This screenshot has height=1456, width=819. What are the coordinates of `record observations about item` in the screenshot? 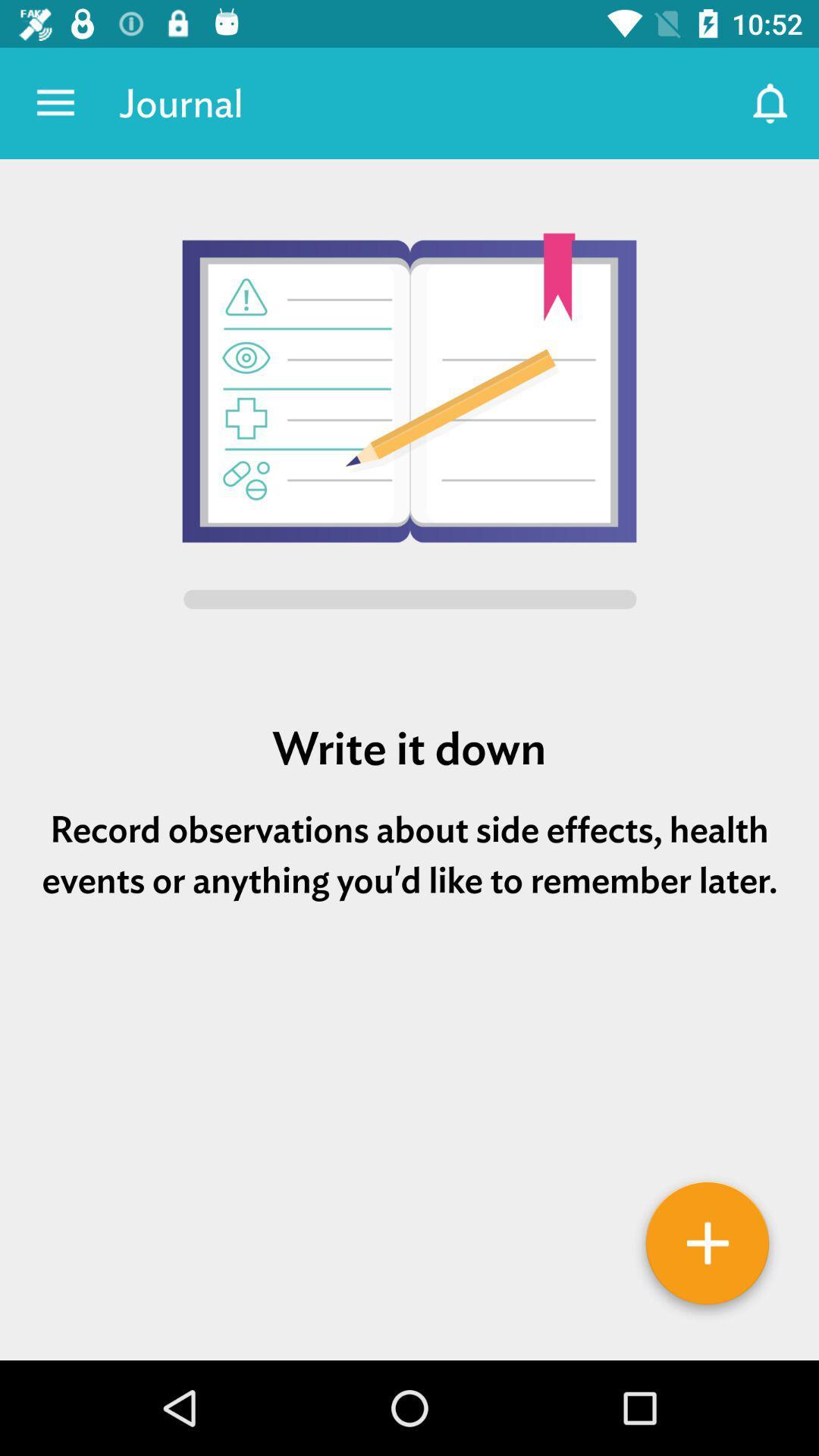 It's located at (409, 855).